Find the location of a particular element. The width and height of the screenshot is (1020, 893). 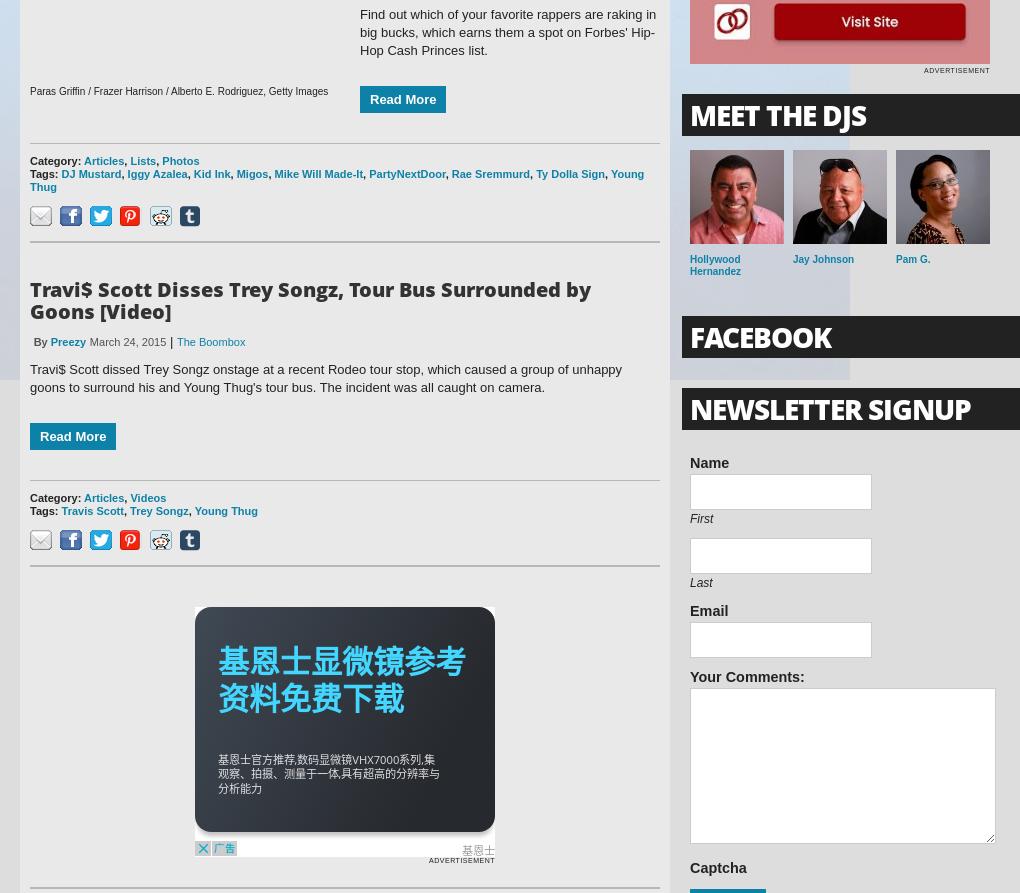

'March 24, 2015' is located at coordinates (126, 342).